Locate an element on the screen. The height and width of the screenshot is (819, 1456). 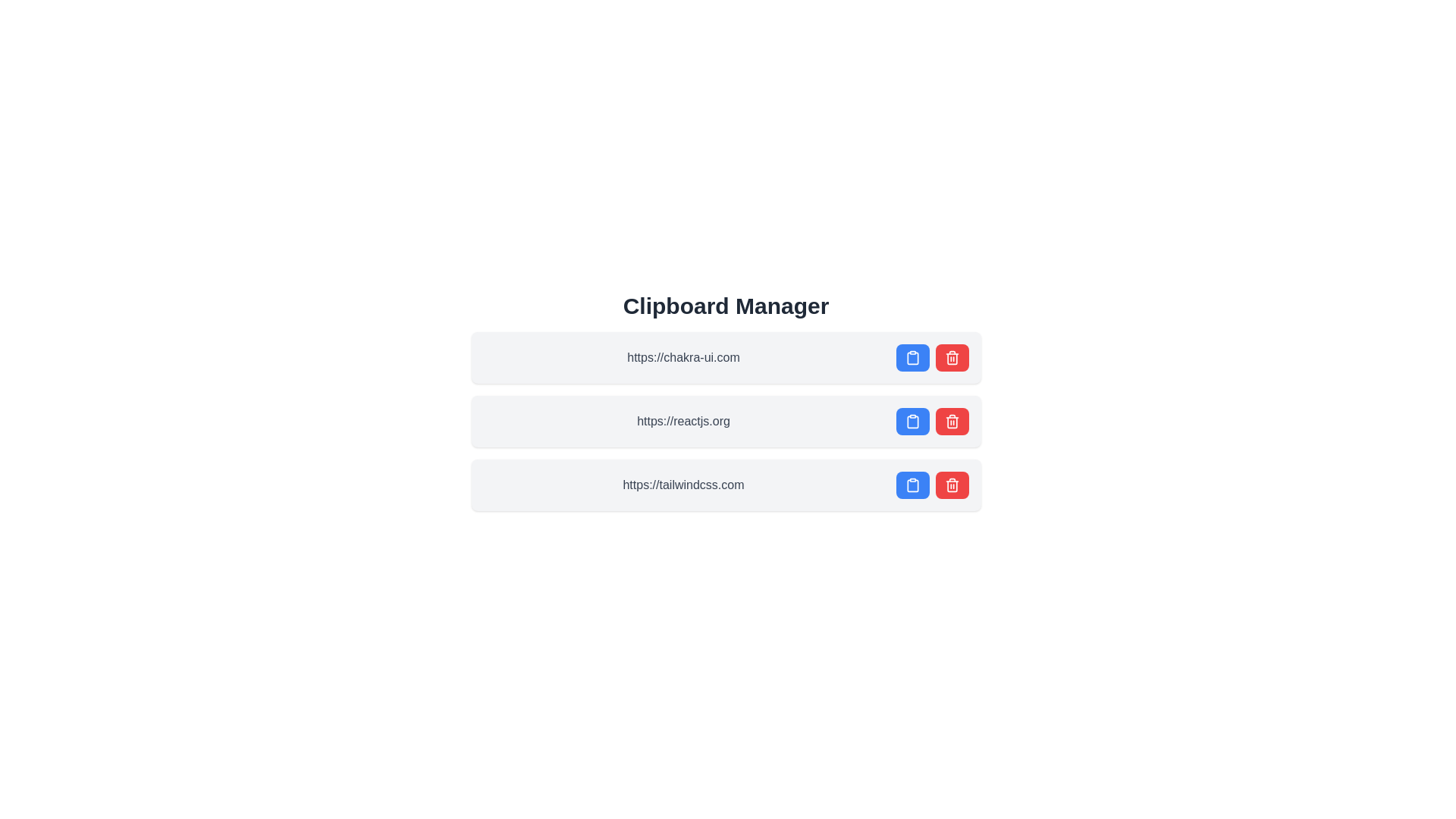
the delete icon located at the right end of the second row of clipboard items is located at coordinates (951, 421).